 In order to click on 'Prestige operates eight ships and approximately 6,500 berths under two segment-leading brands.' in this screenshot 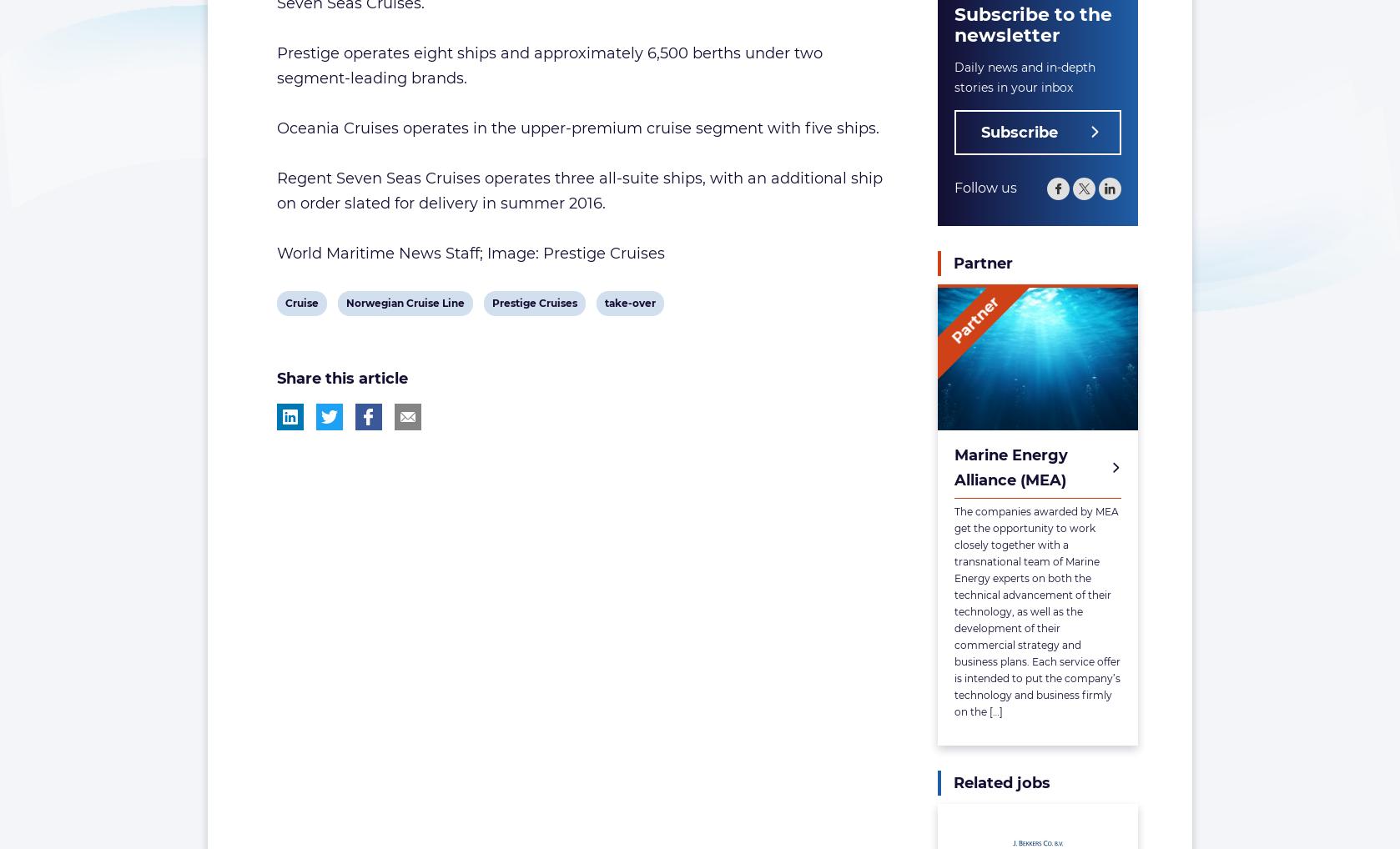, I will do `click(547, 65)`.